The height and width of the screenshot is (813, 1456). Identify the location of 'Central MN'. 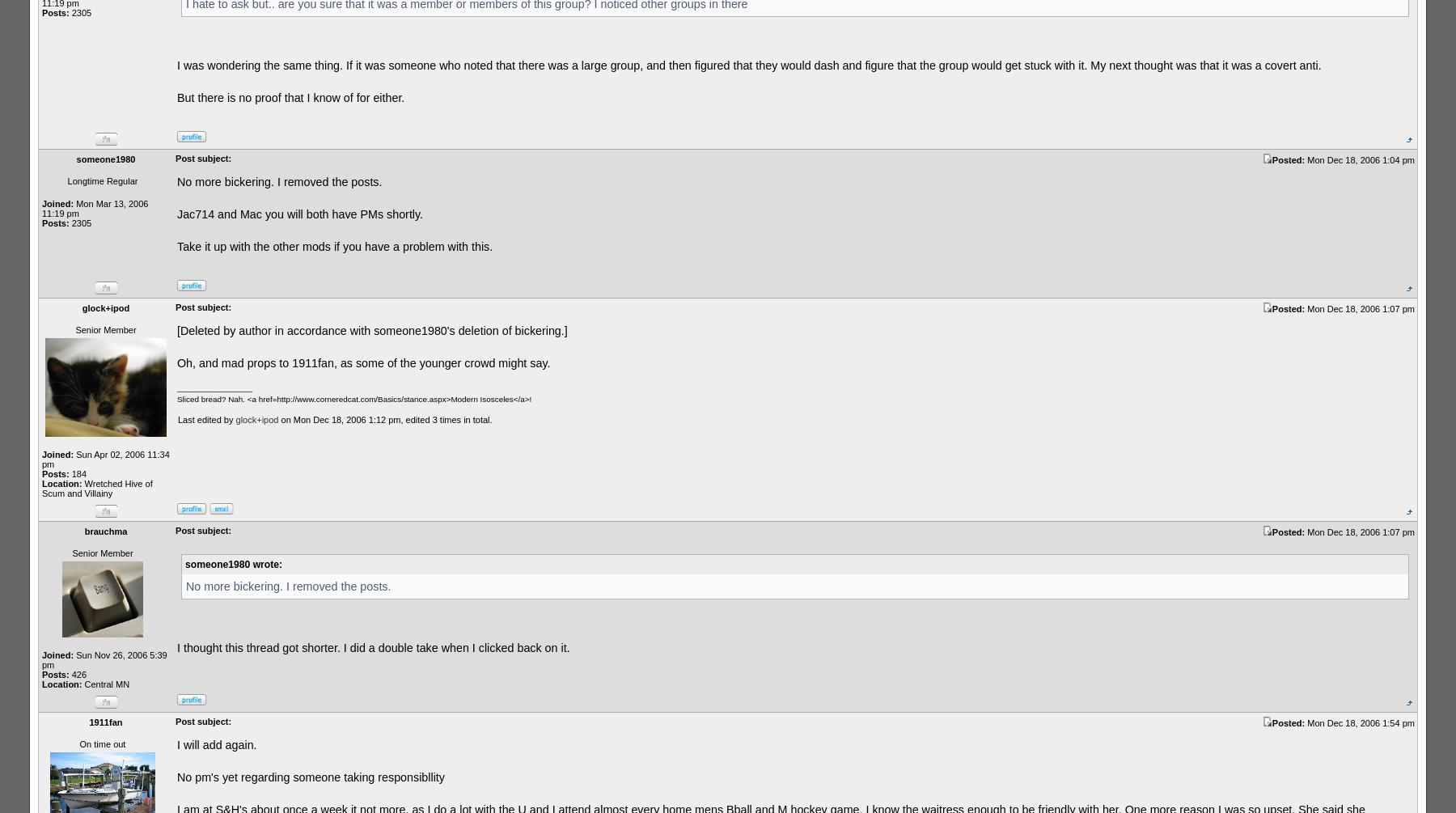
(105, 683).